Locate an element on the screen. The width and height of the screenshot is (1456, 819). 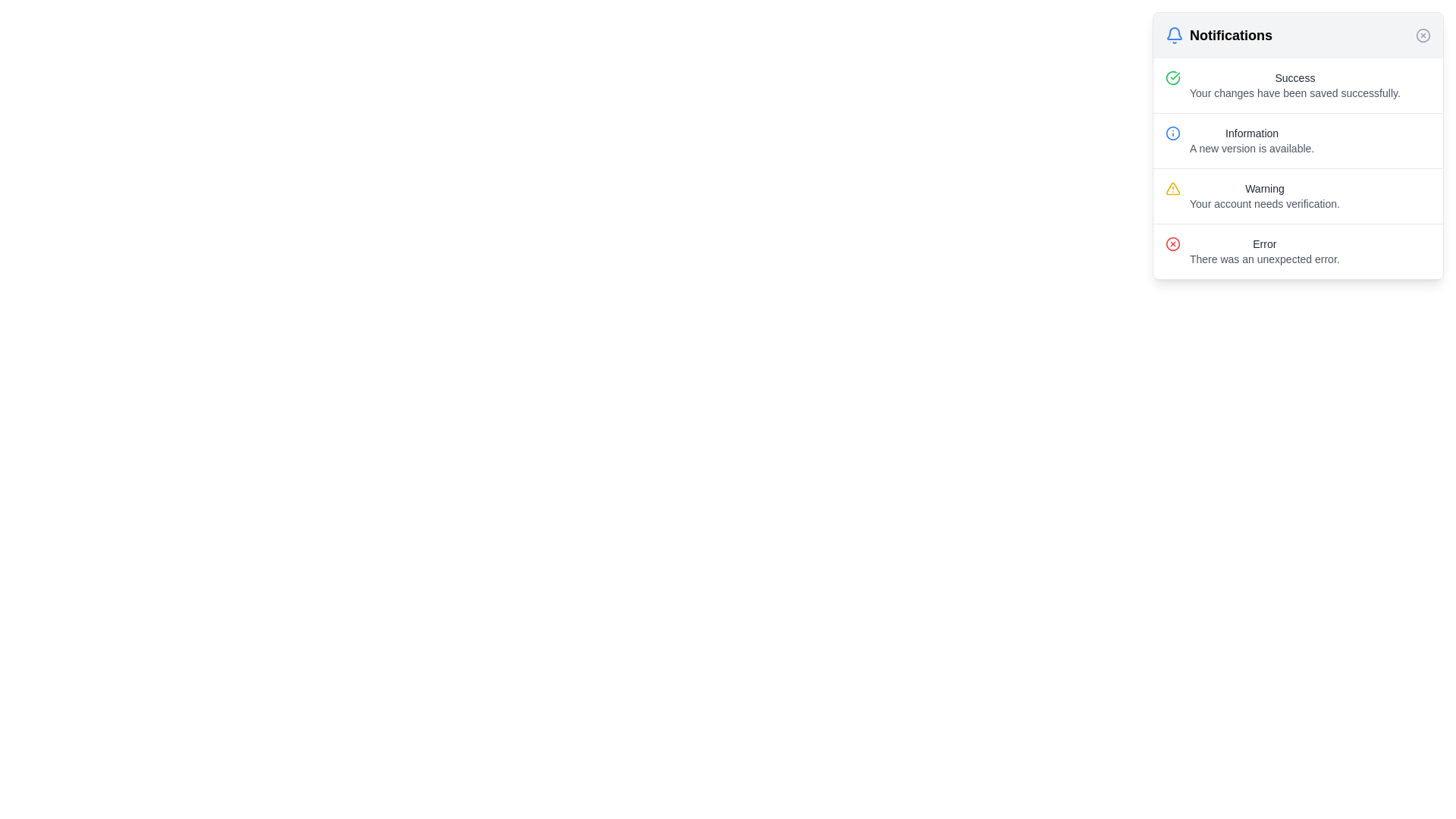
text label that displays 'Your account needs verification.' located within the notification card under the 'Warning' header is located at coordinates (1264, 203).